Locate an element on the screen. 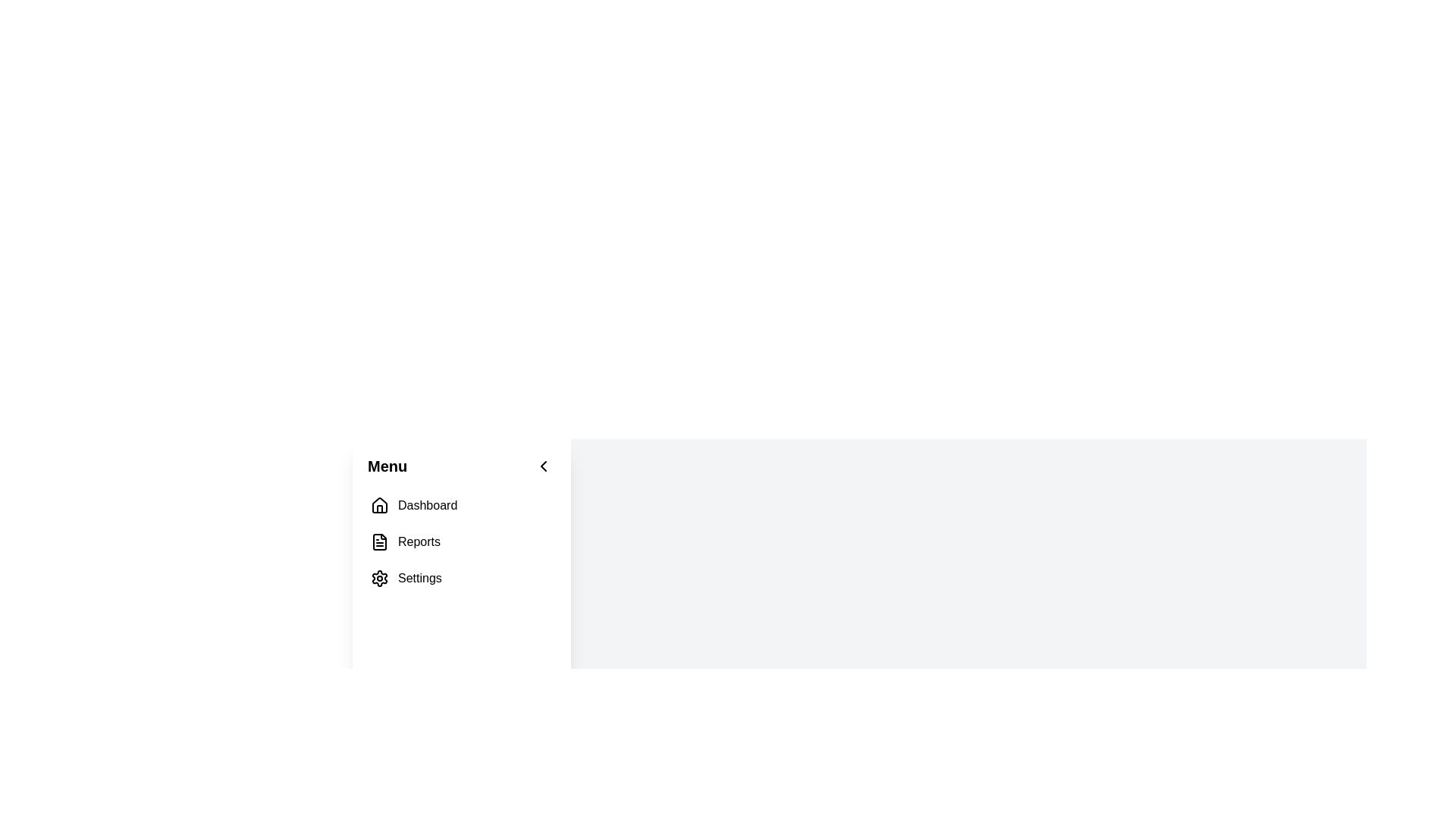 The height and width of the screenshot is (819, 1456). the first item in the left-side navigation menu labeled 'Dashboard' is located at coordinates (461, 506).